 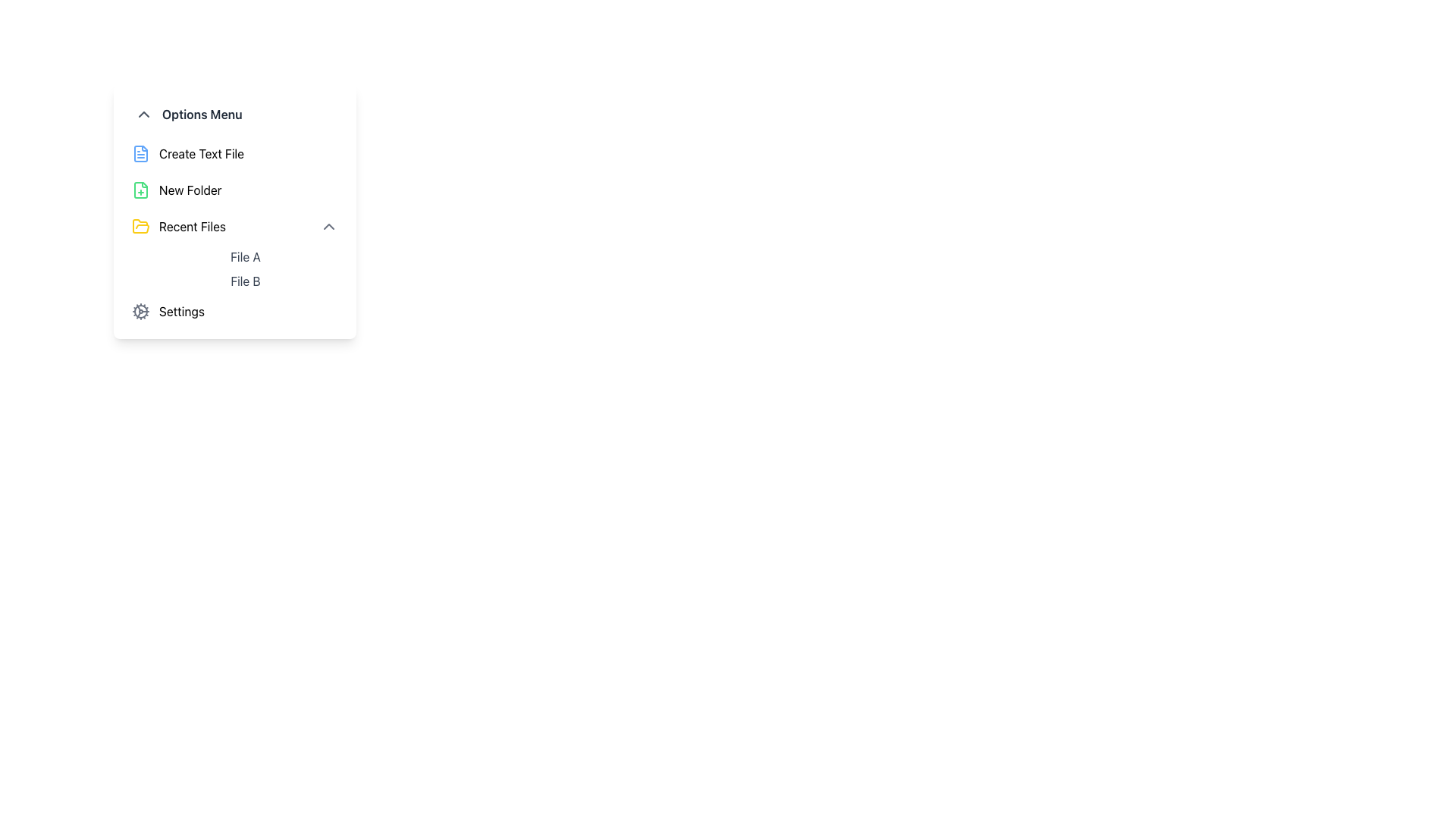 What do you see at coordinates (141, 189) in the screenshot?
I see `the 'New Folder' icon located in the main menu, positioned between 'Create Text File' and 'Recent Files'` at bounding box center [141, 189].